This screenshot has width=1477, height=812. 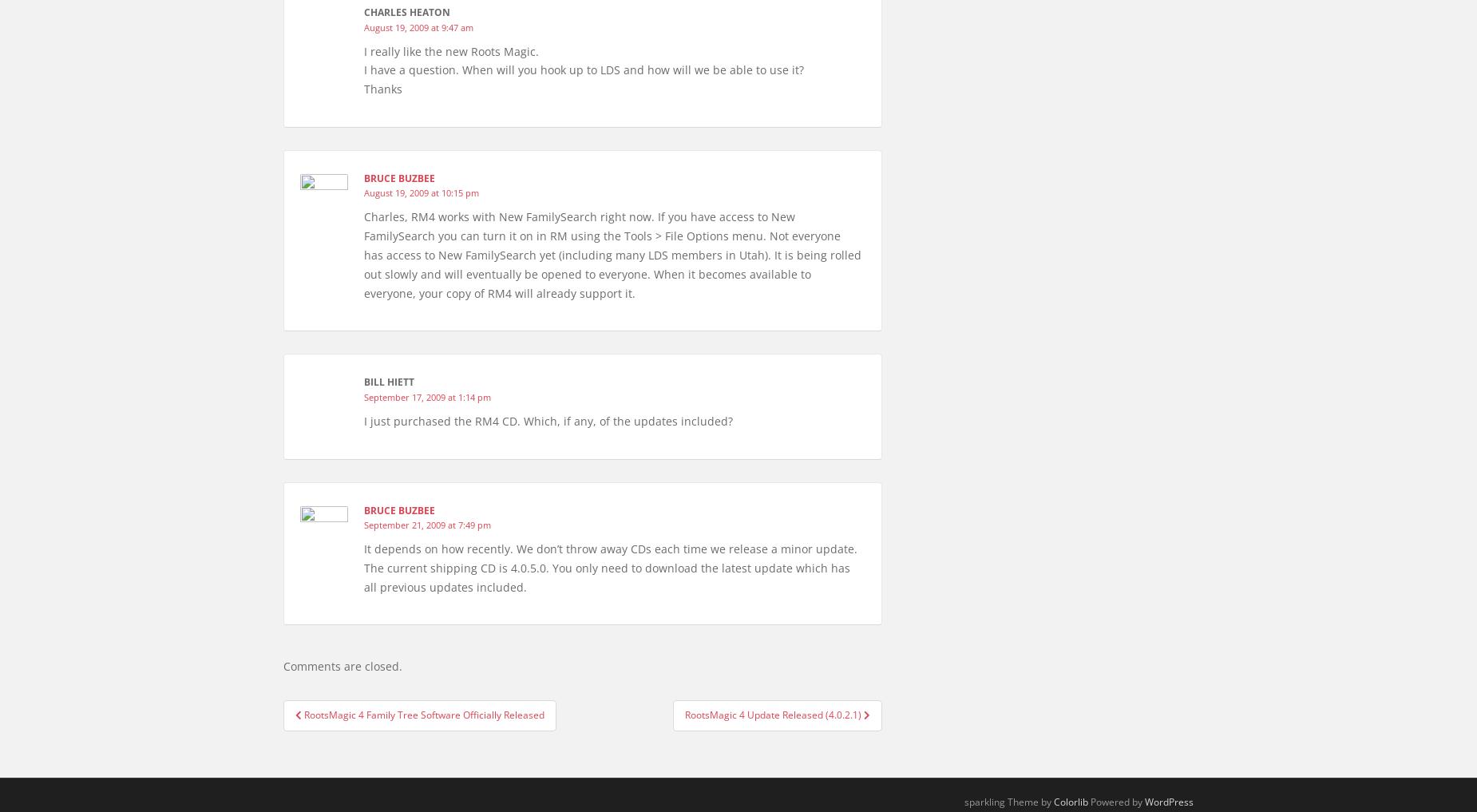 I want to click on 'I just purchased the RM4 CD.  Which, if any, of the updates included?', so click(x=363, y=420).